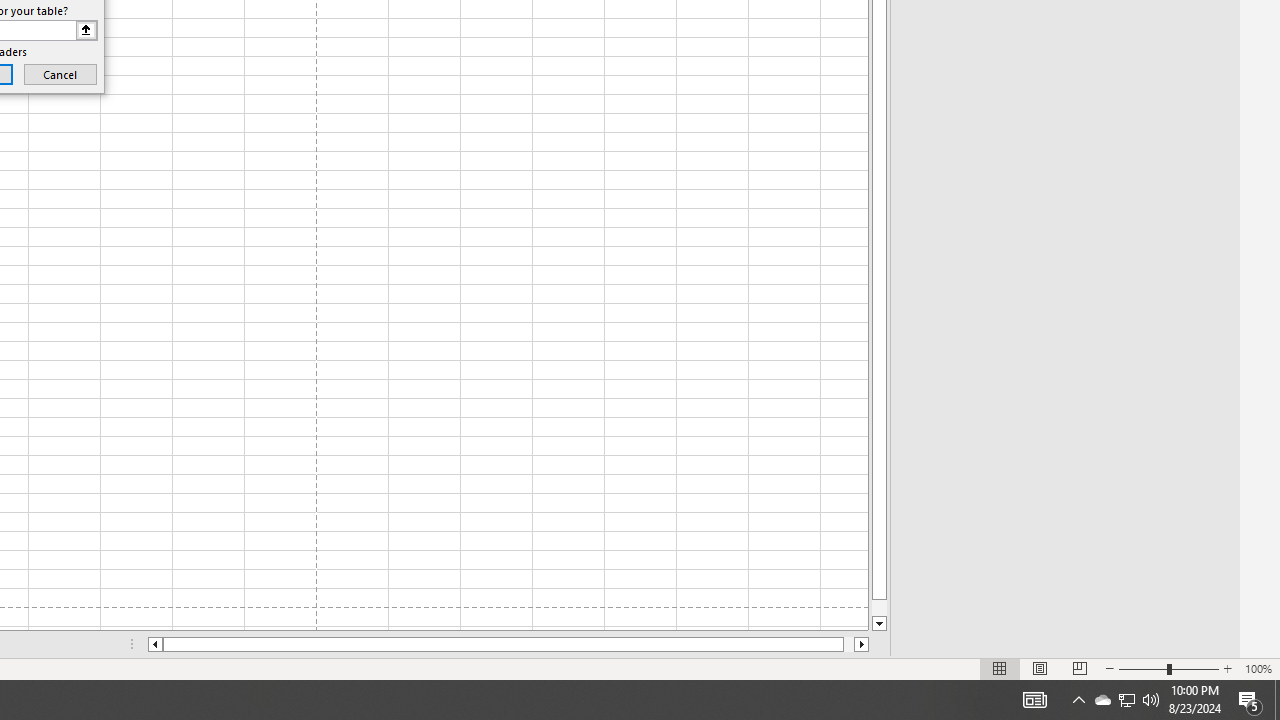  I want to click on 'Page Layout', so click(1040, 669).